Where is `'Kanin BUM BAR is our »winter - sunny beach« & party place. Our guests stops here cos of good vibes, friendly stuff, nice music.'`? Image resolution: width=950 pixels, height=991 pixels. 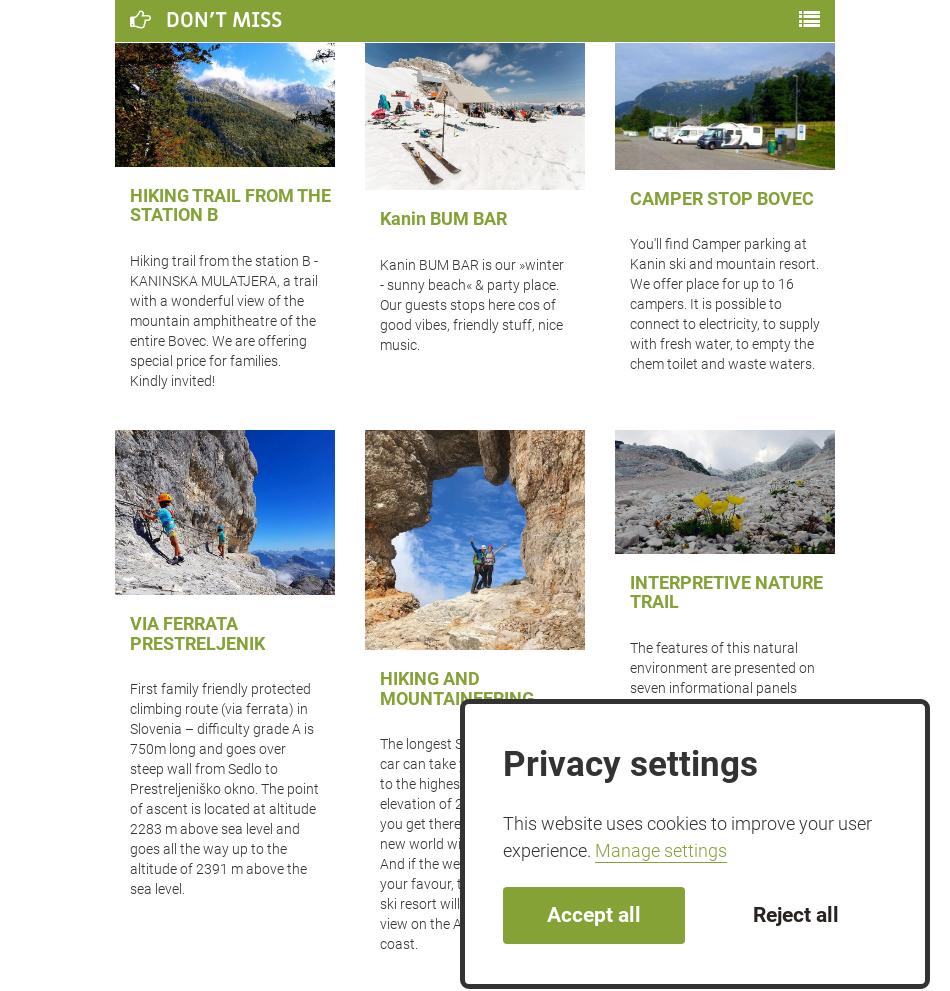 'Kanin BUM BAR is our »winter - sunny beach« & party place. Our guests stops here cos of good vibes, friendly stuff, nice music.' is located at coordinates (470, 303).